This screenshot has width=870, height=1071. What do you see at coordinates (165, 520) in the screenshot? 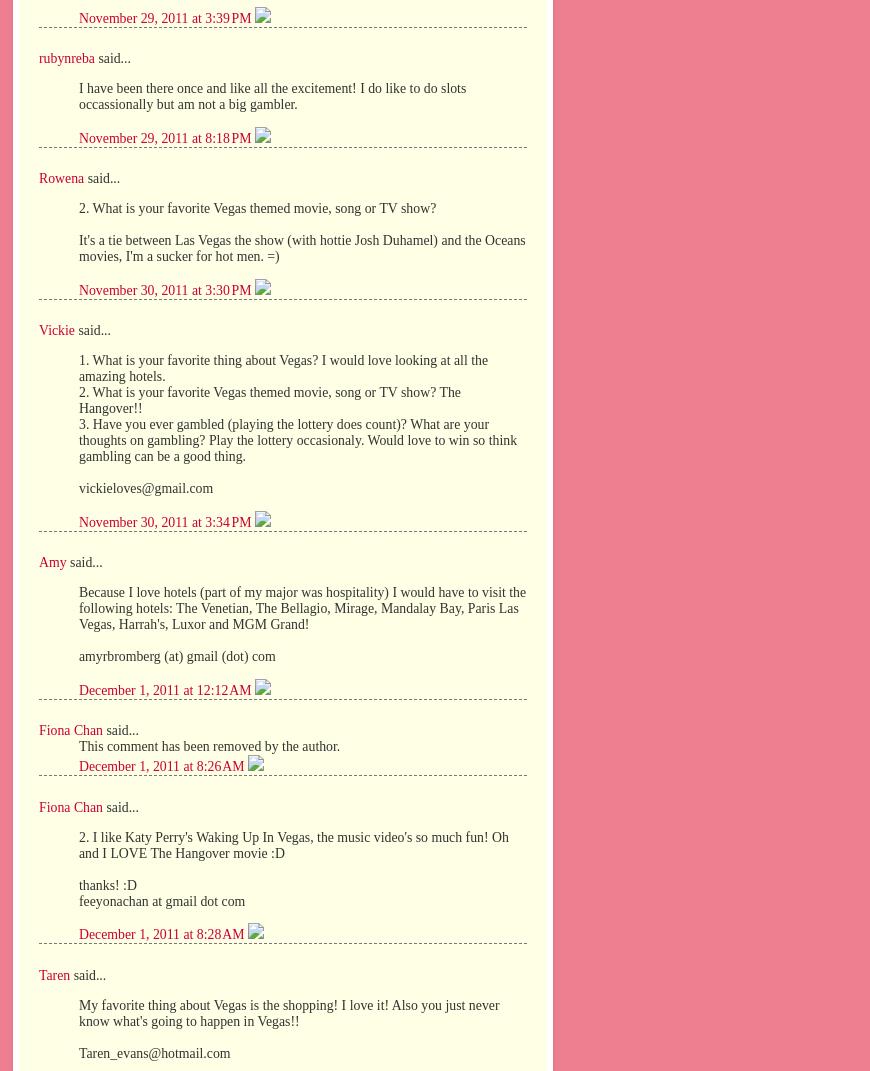
I see `'November 30, 2011 at 3:34 PM'` at bounding box center [165, 520].